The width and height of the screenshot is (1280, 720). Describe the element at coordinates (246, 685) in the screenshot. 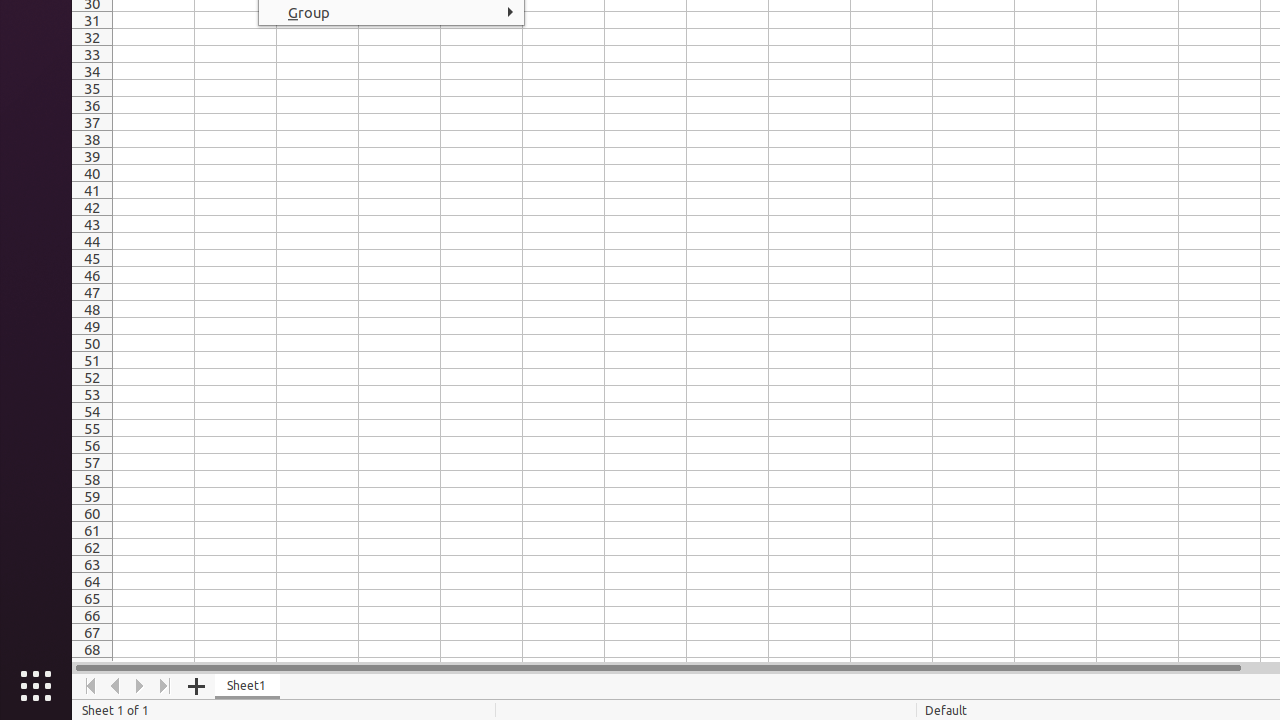

I see `'Sheet1'` at that location.